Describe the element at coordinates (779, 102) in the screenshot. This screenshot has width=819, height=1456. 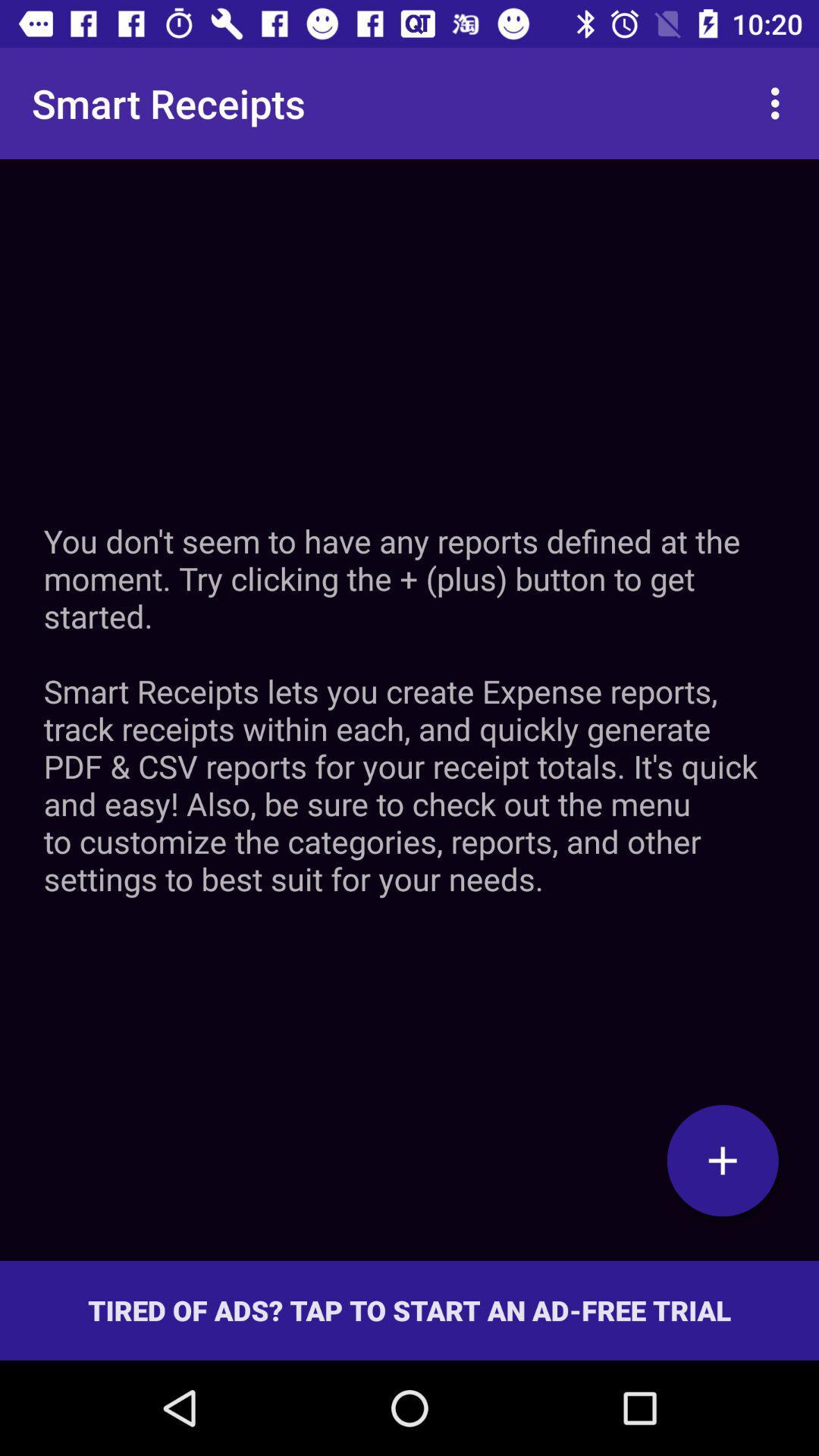
I see `the item at the top right corner` at that location.